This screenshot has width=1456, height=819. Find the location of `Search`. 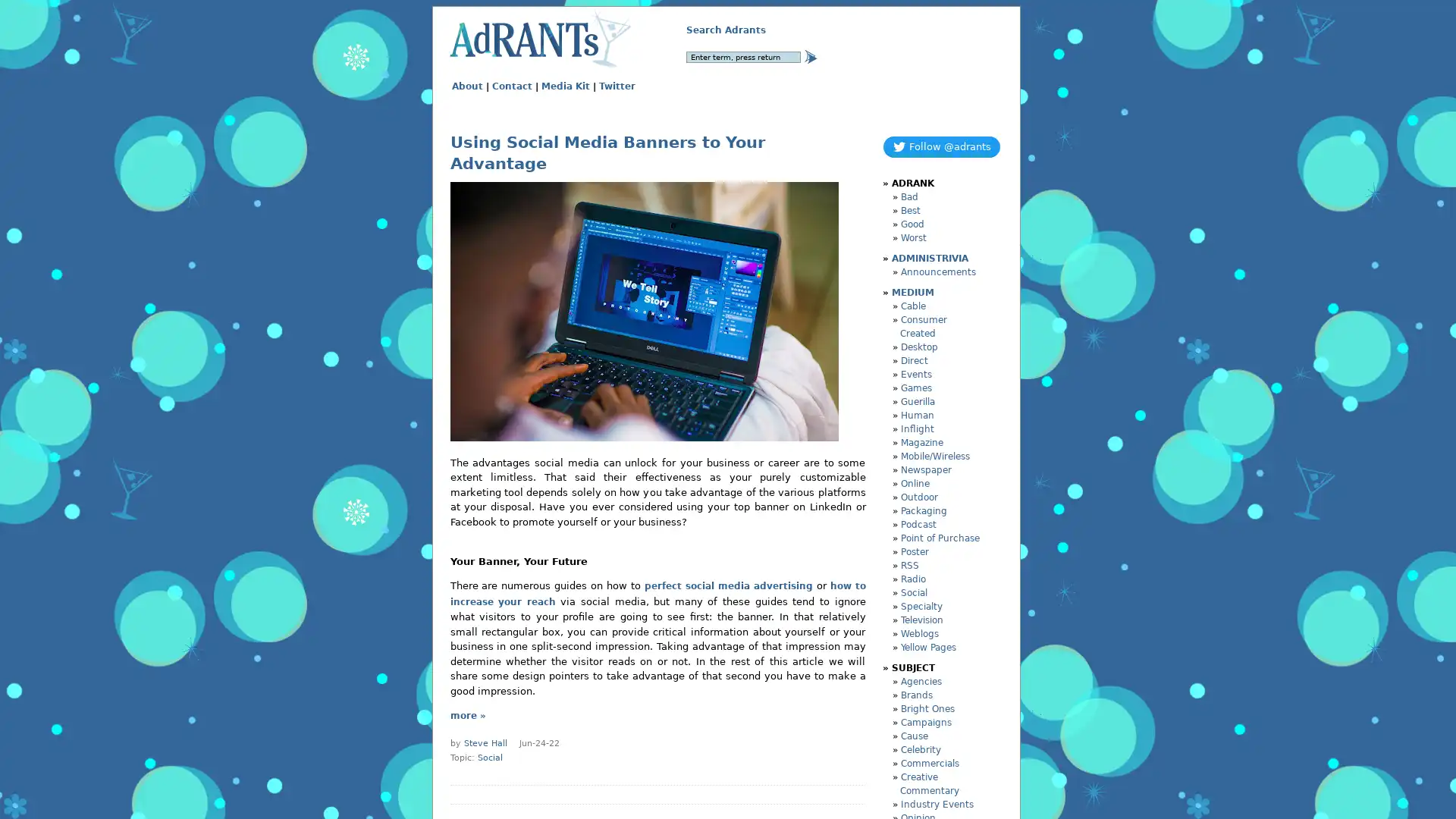

Search is located at coordinates (809, 55).